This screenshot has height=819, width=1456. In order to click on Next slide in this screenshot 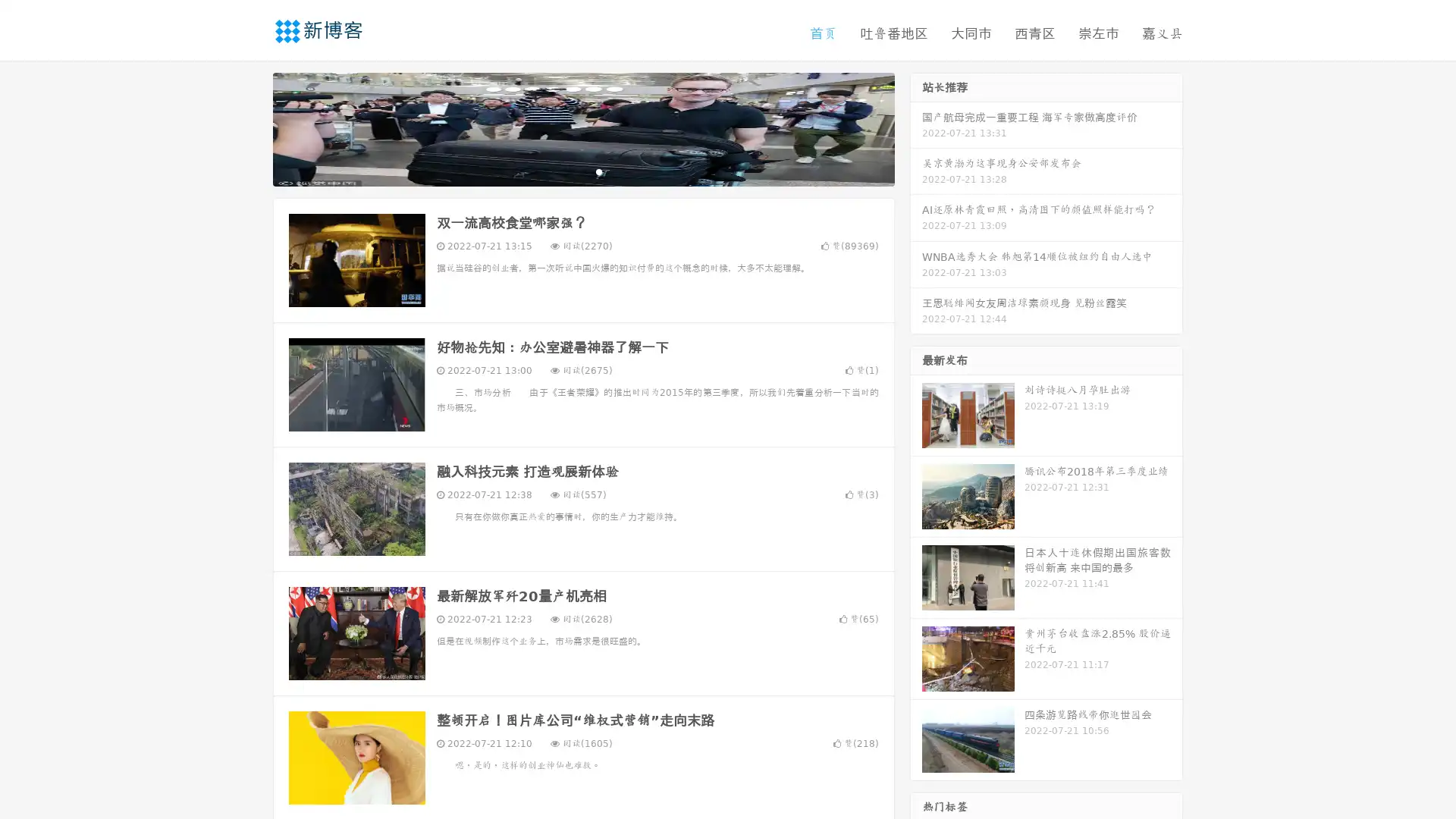, I will do `click(916, 127)`.